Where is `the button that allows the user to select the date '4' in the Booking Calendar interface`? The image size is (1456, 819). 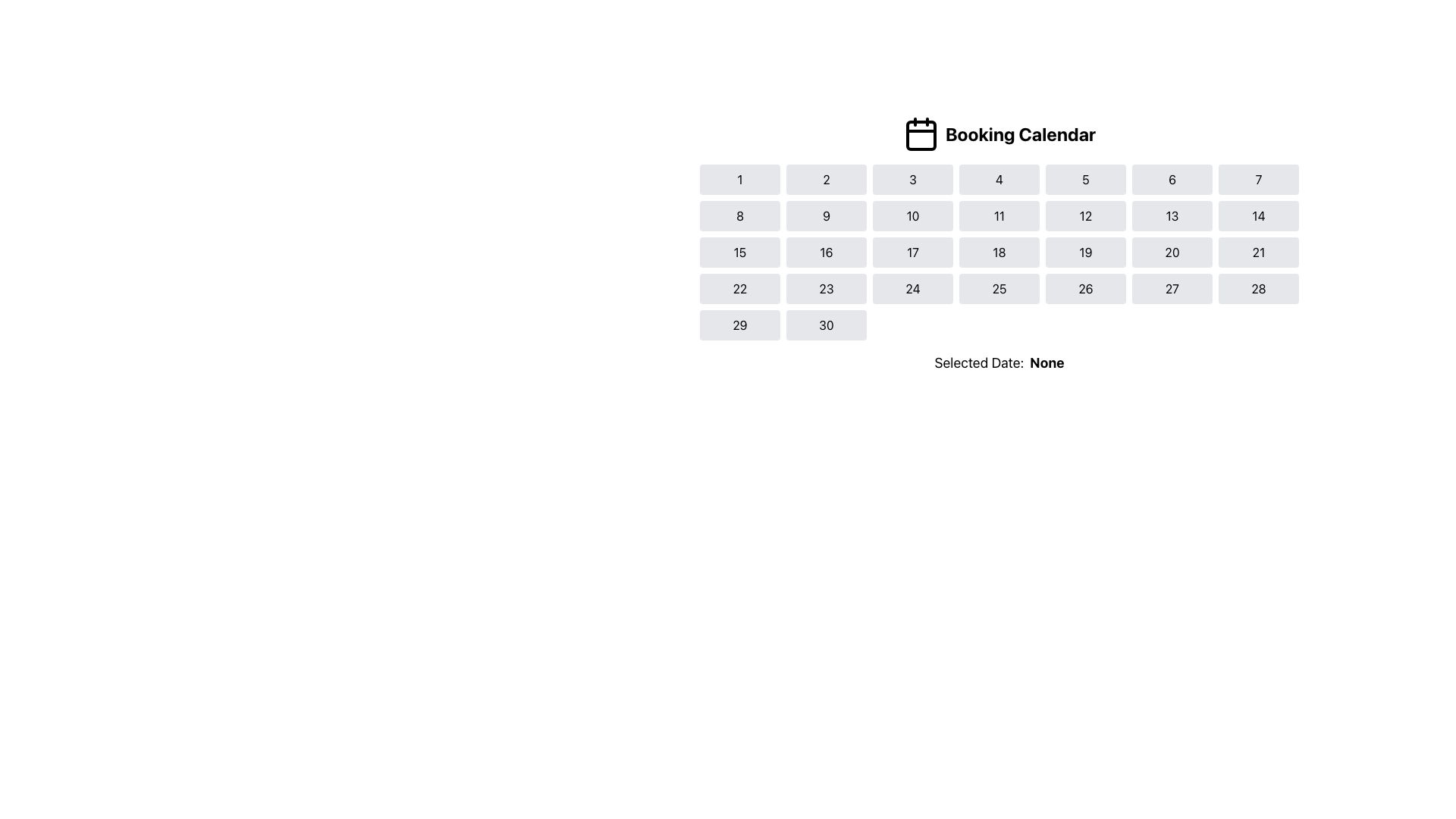 the button that allows the user to select the date '4' in the Booking Calendar interface is located at coordinates (999, 178).